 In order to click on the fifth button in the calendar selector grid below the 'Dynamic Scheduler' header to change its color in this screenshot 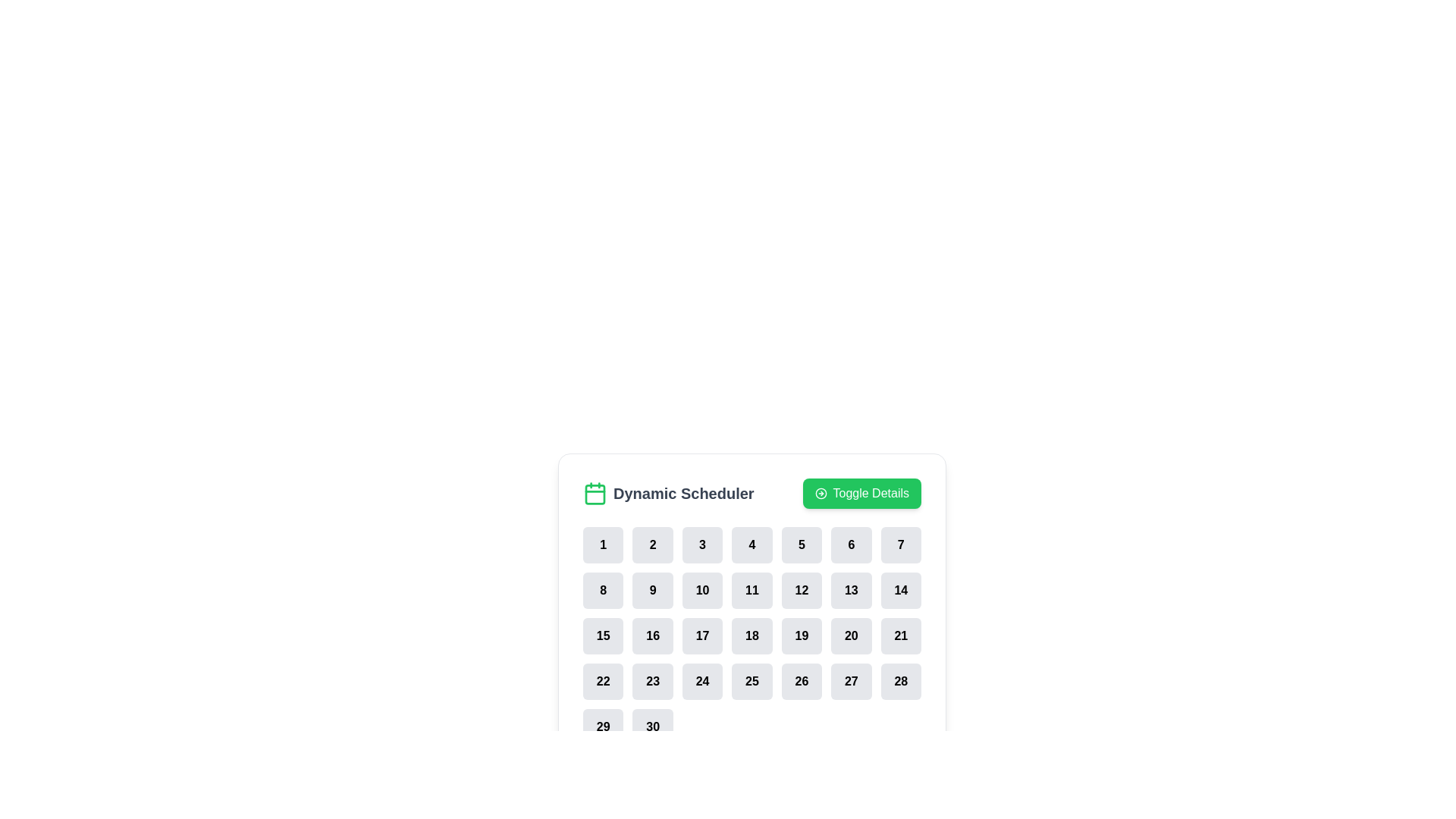, I will do `click(801, 544)`.